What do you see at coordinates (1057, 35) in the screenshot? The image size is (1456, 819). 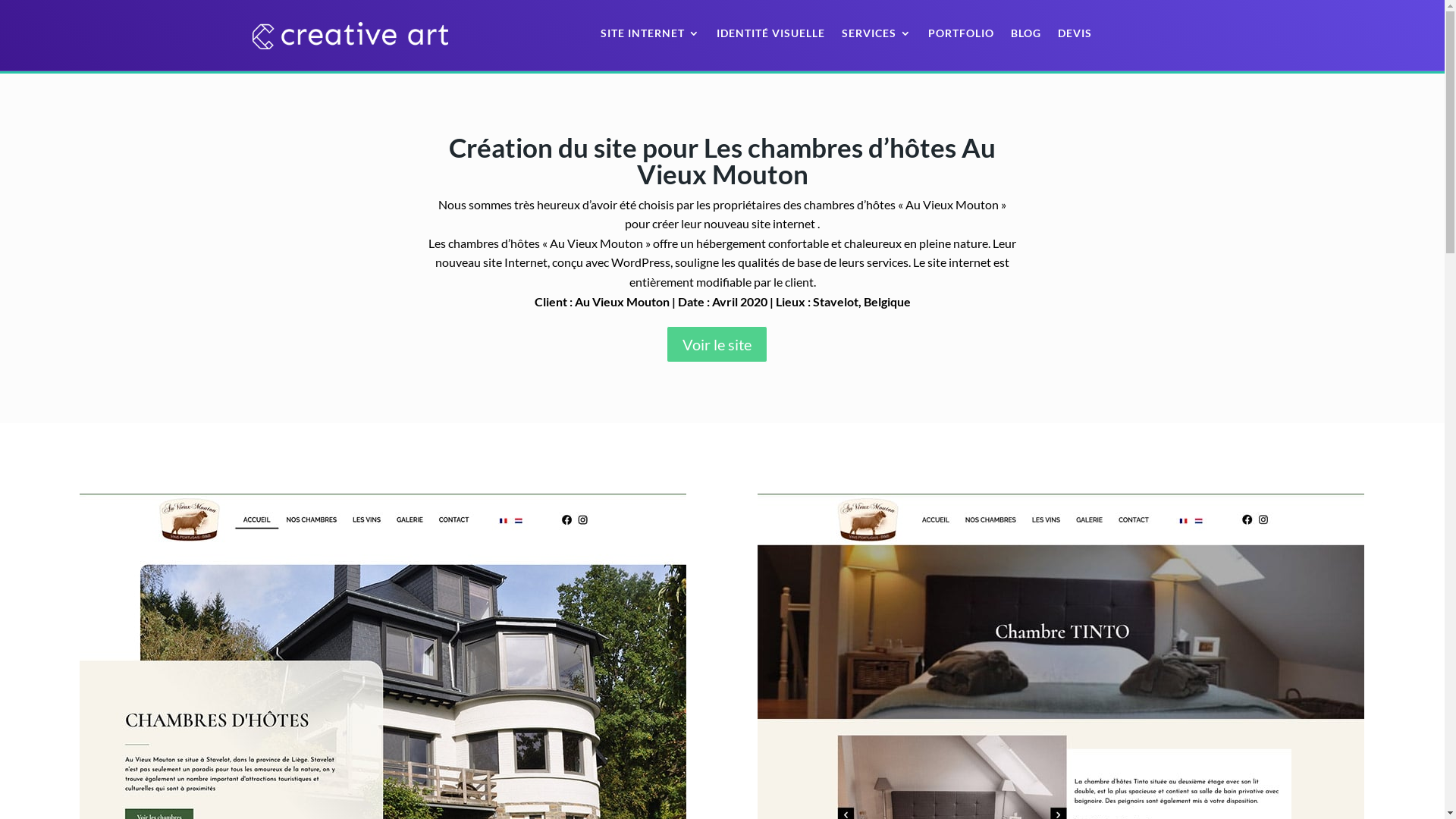 I see `'DEVIS'` at bounding box center [1057, 35].